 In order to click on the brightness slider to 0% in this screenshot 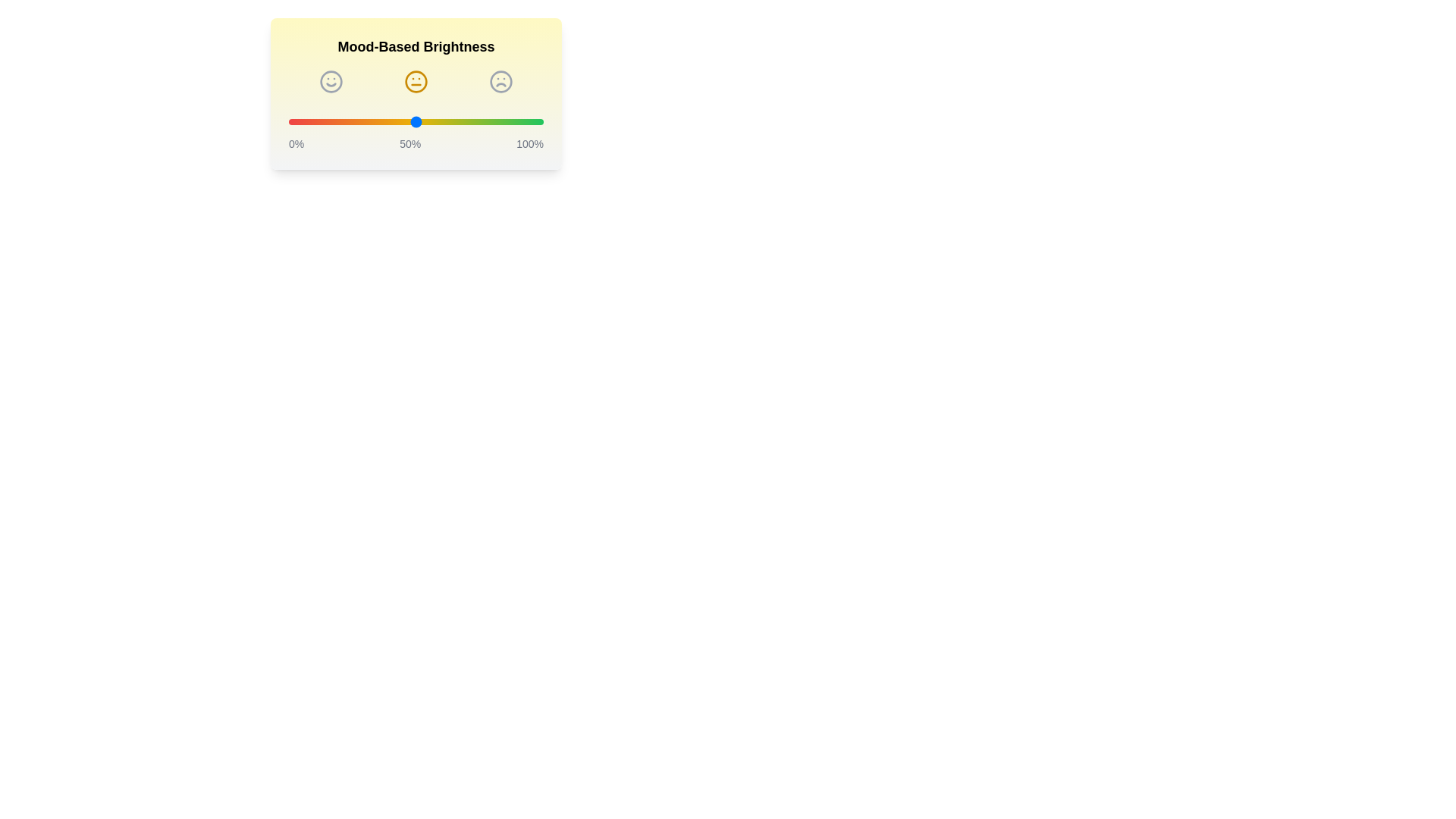, I will do `click(288, 121)`.